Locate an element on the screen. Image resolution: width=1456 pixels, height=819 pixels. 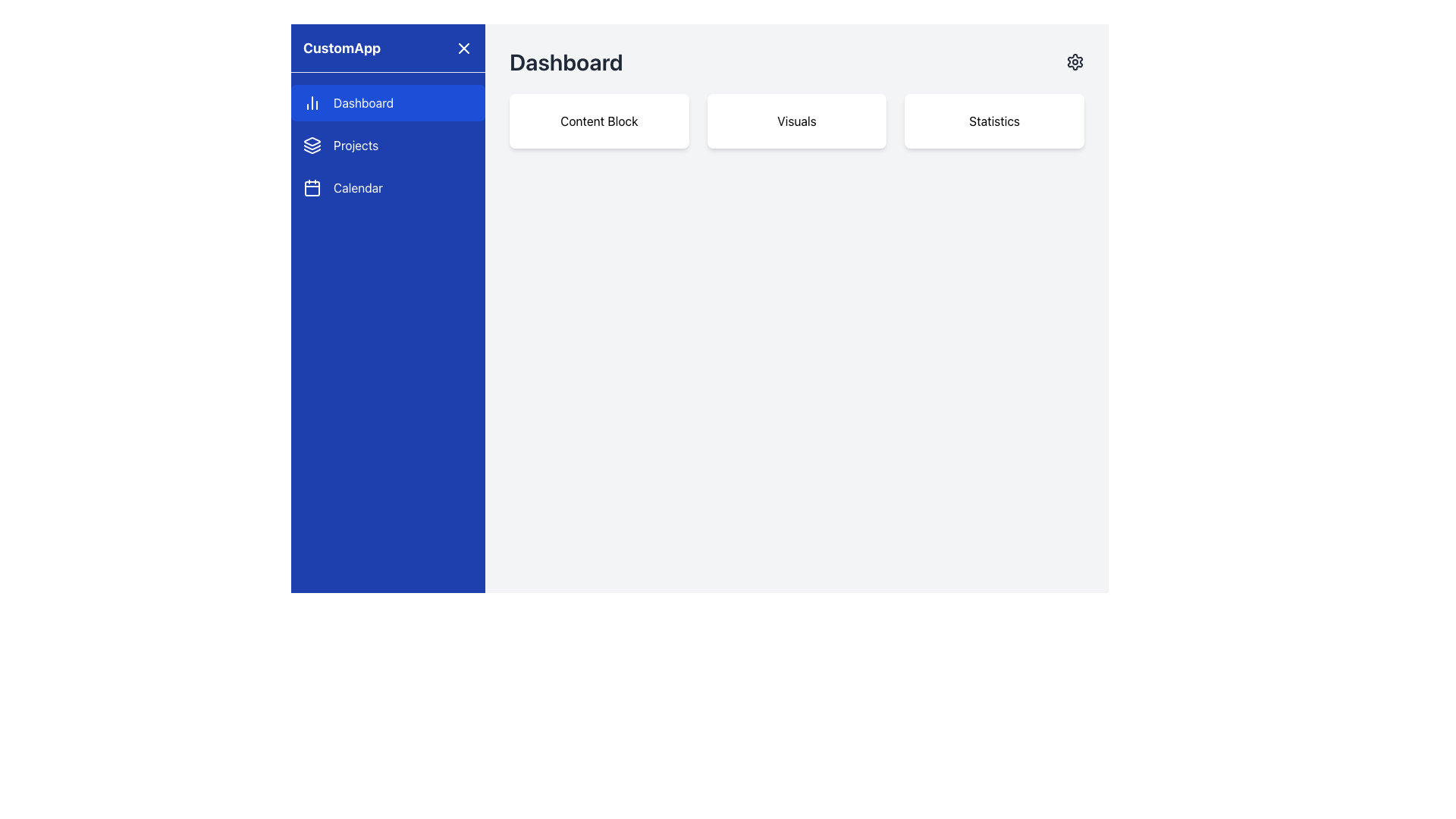
the 'Calendar' icon located in the navigation bar, which is the third menu item from the top, above the label text 'Calendar' is located at coordinates (312, 187).